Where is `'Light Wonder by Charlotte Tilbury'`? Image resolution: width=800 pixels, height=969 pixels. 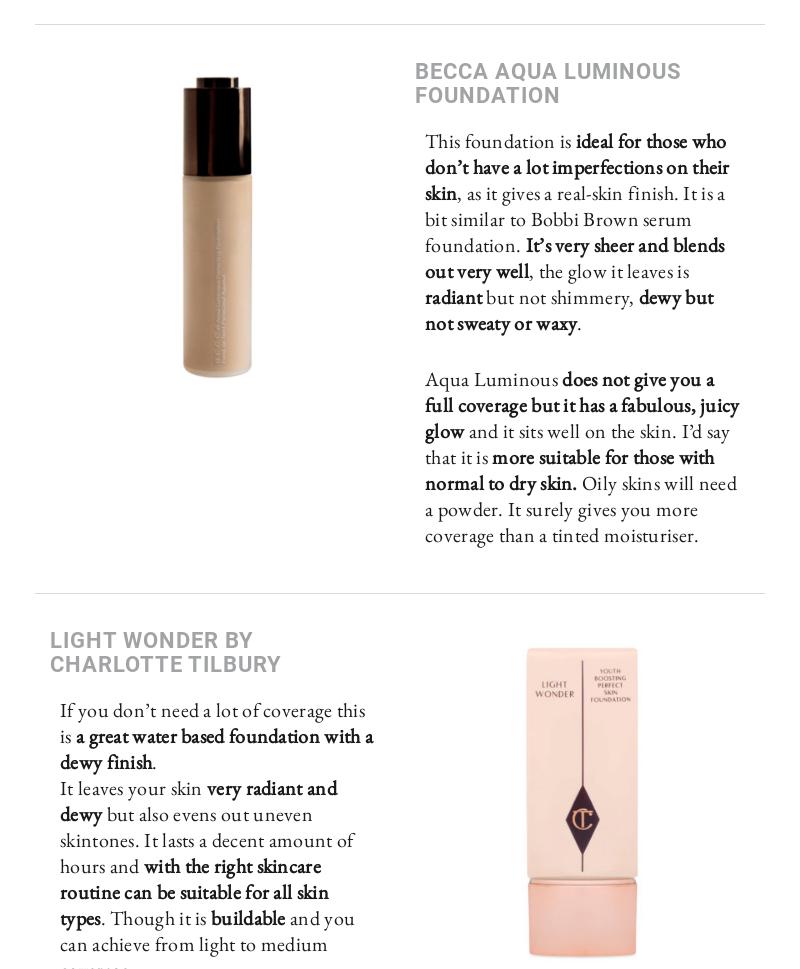
'Light Wonder by Charlotte Tilbury' is located at coordinates (49, 652).